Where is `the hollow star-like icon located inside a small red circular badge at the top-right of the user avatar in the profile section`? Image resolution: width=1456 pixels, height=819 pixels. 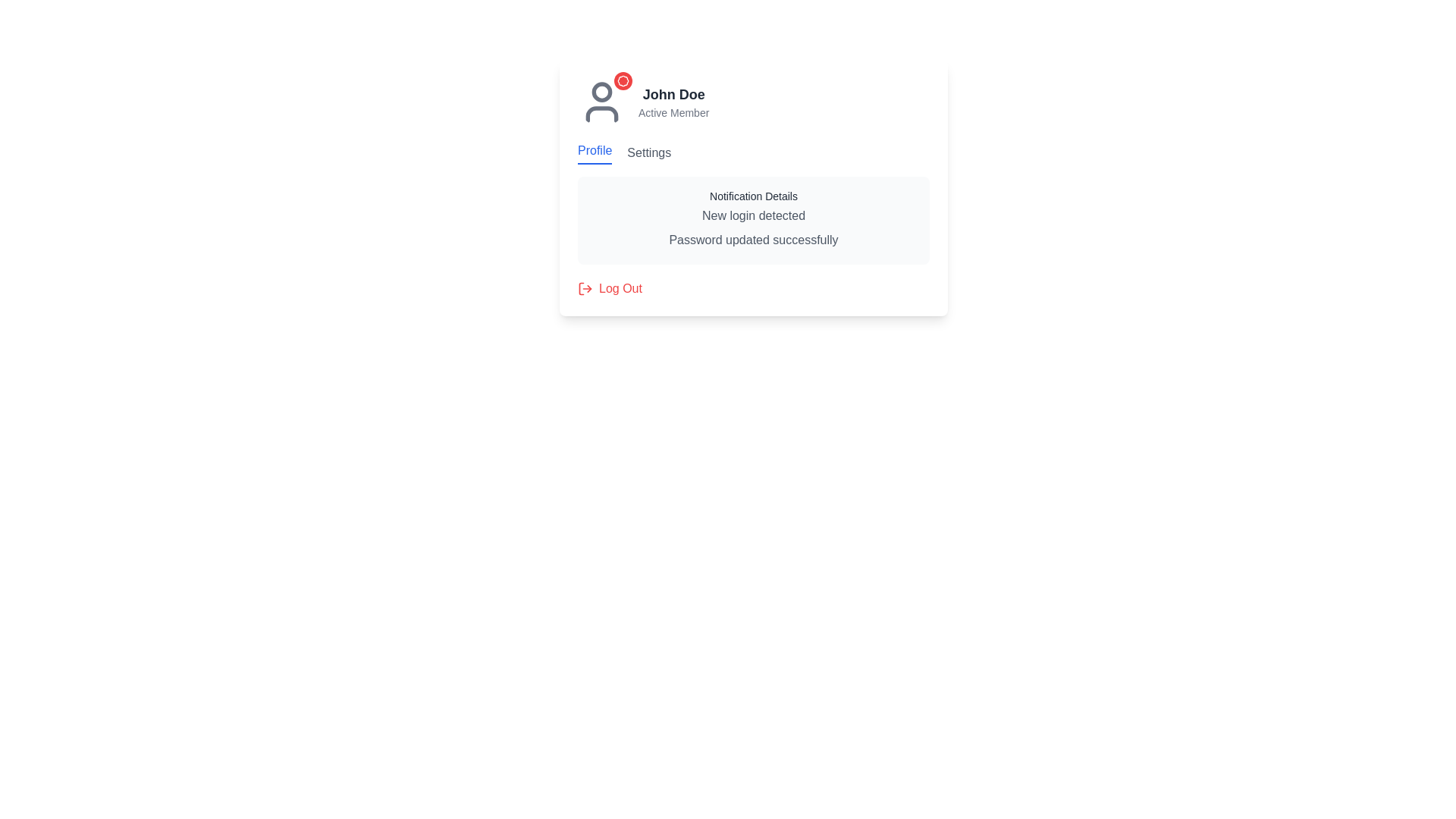
the hollow star-like icon located inside a small red circular badge at the top-right of the user avatar in the profile section is located at coordinates (623, 81).